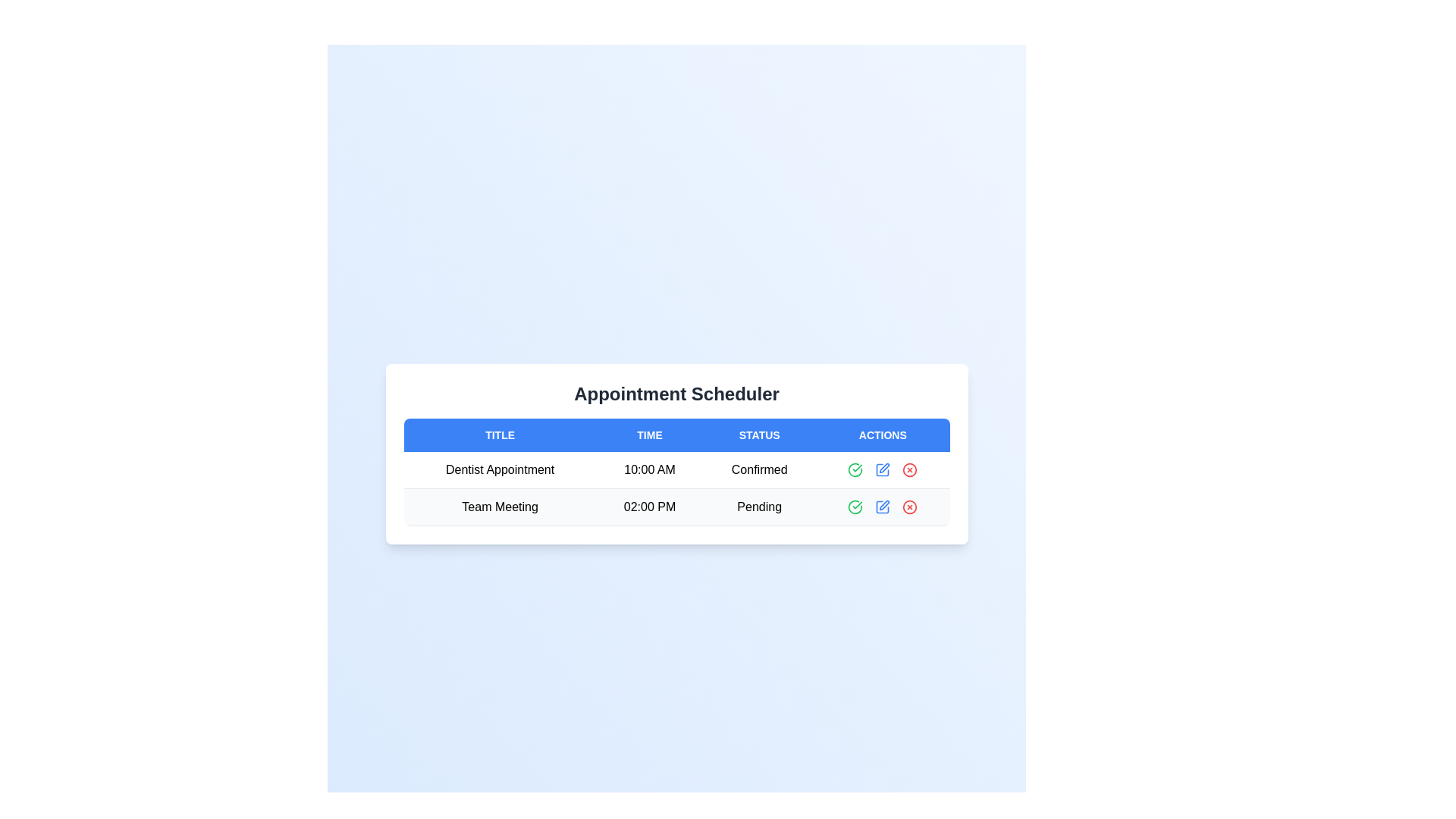  What do you see at coordinates (650, 507) in the screenshot?
I see `the time label indicating the event 'Team Meeting' in the second row of the table` at bounding box center [650, 507].